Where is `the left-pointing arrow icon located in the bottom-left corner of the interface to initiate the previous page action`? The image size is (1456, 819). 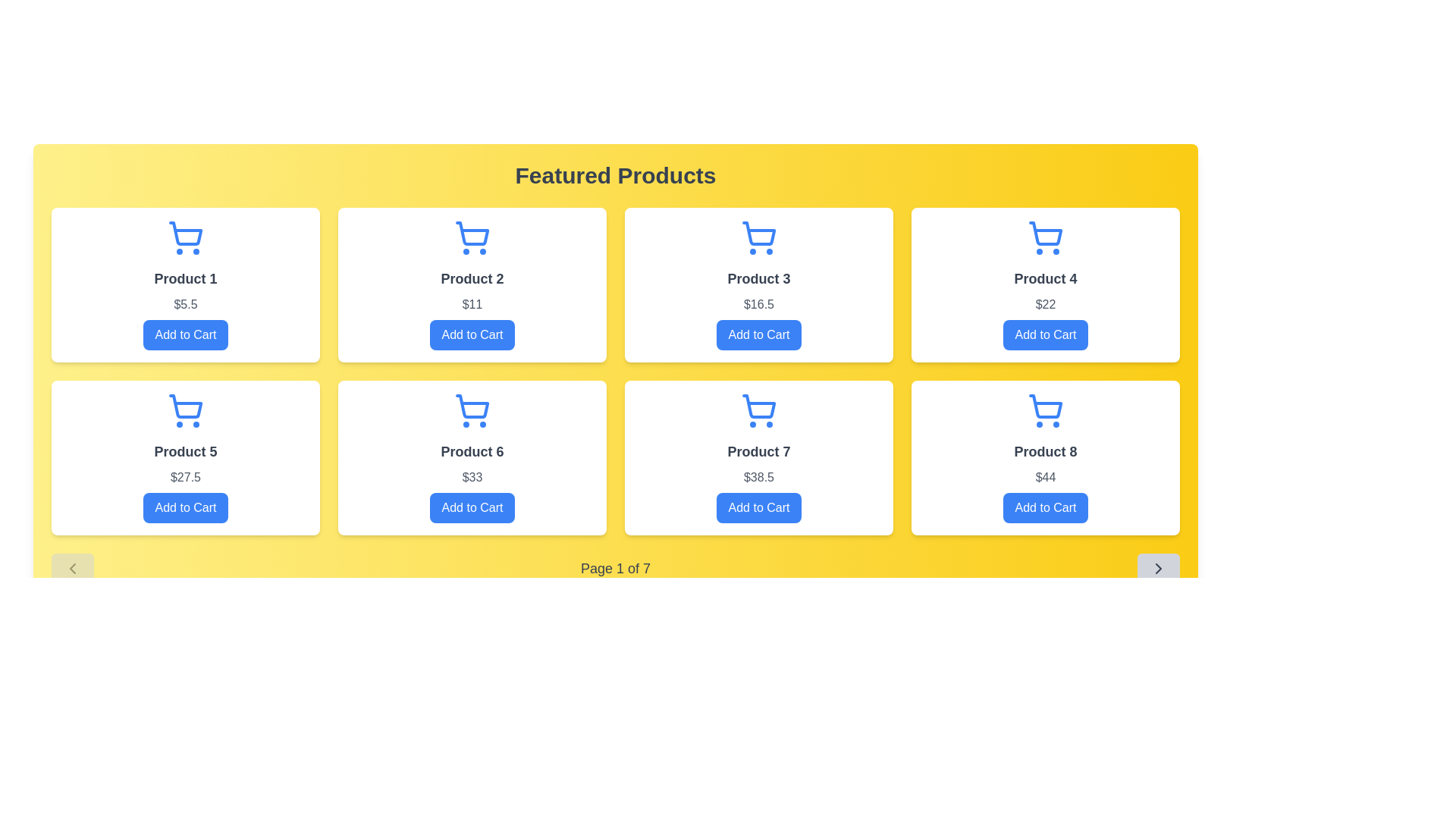
the left-pointing arrow icon located in the bottom-left corner of the interface to initiate the previous page action is located at coordinates (72, 568).